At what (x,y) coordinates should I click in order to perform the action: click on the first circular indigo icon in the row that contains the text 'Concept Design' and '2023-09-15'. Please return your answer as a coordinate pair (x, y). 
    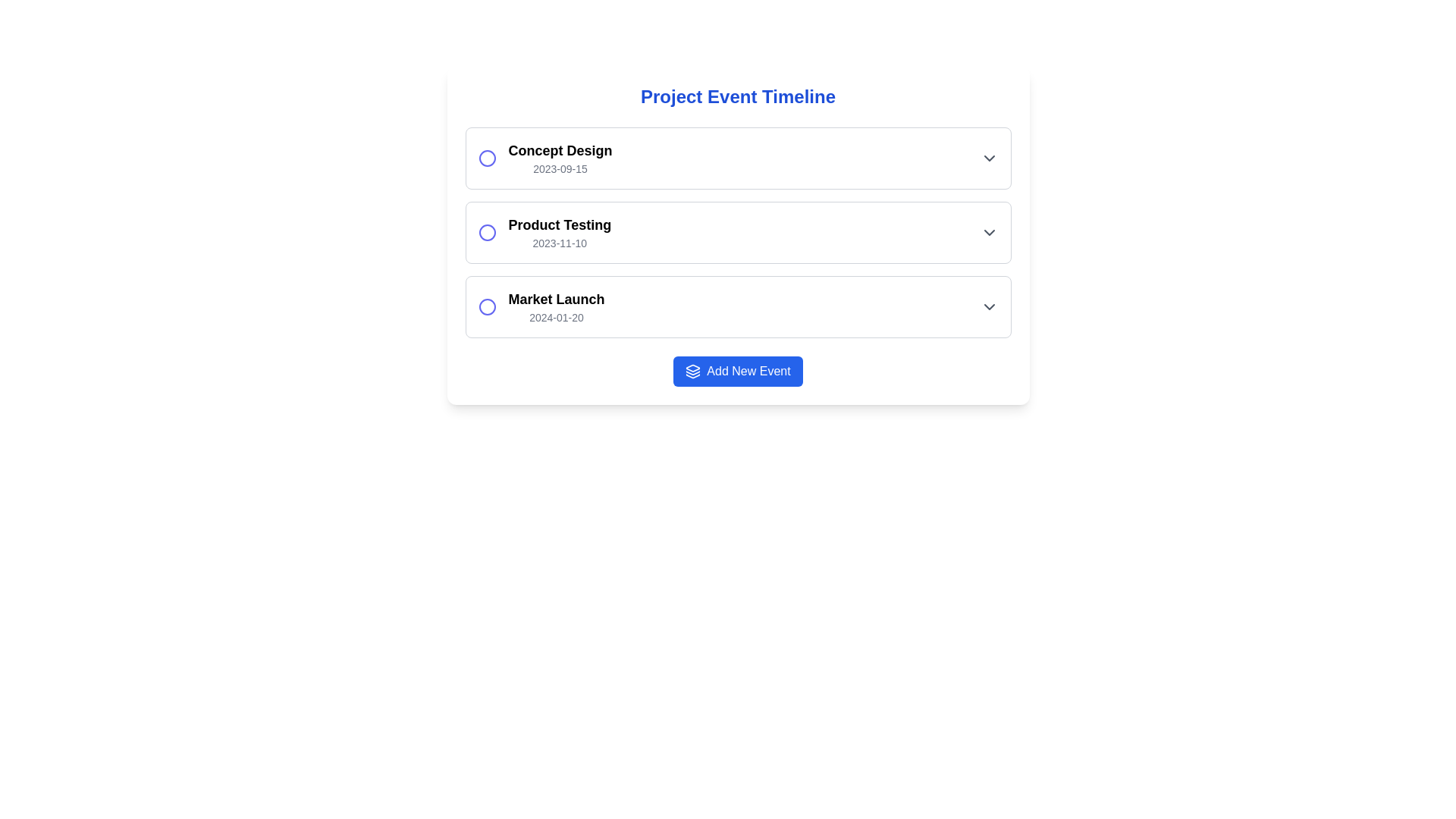
    Looking at the image, I should click on (487, 158).